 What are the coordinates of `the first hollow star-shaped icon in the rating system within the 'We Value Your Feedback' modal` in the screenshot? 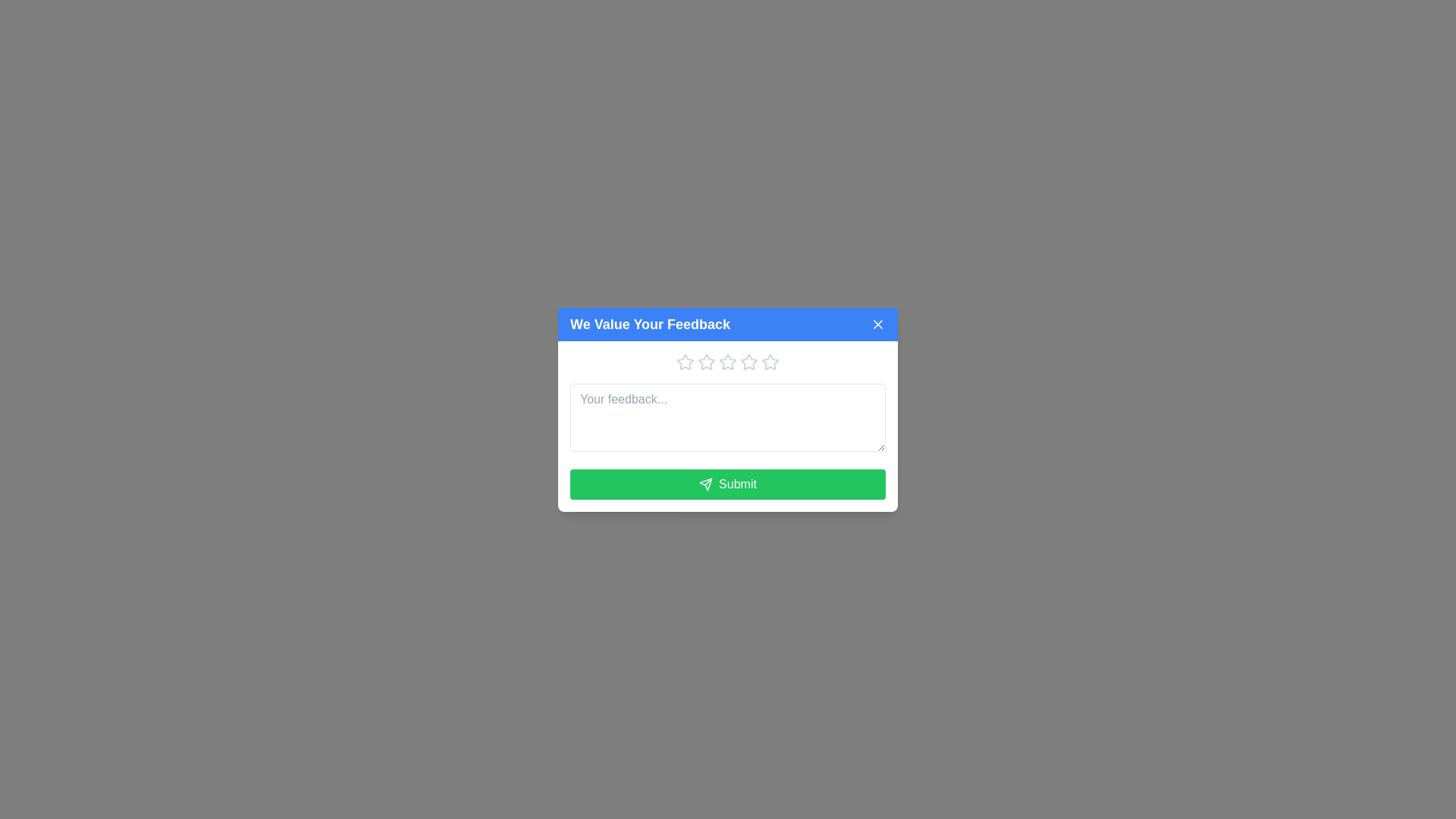 It's located at (684, 362).